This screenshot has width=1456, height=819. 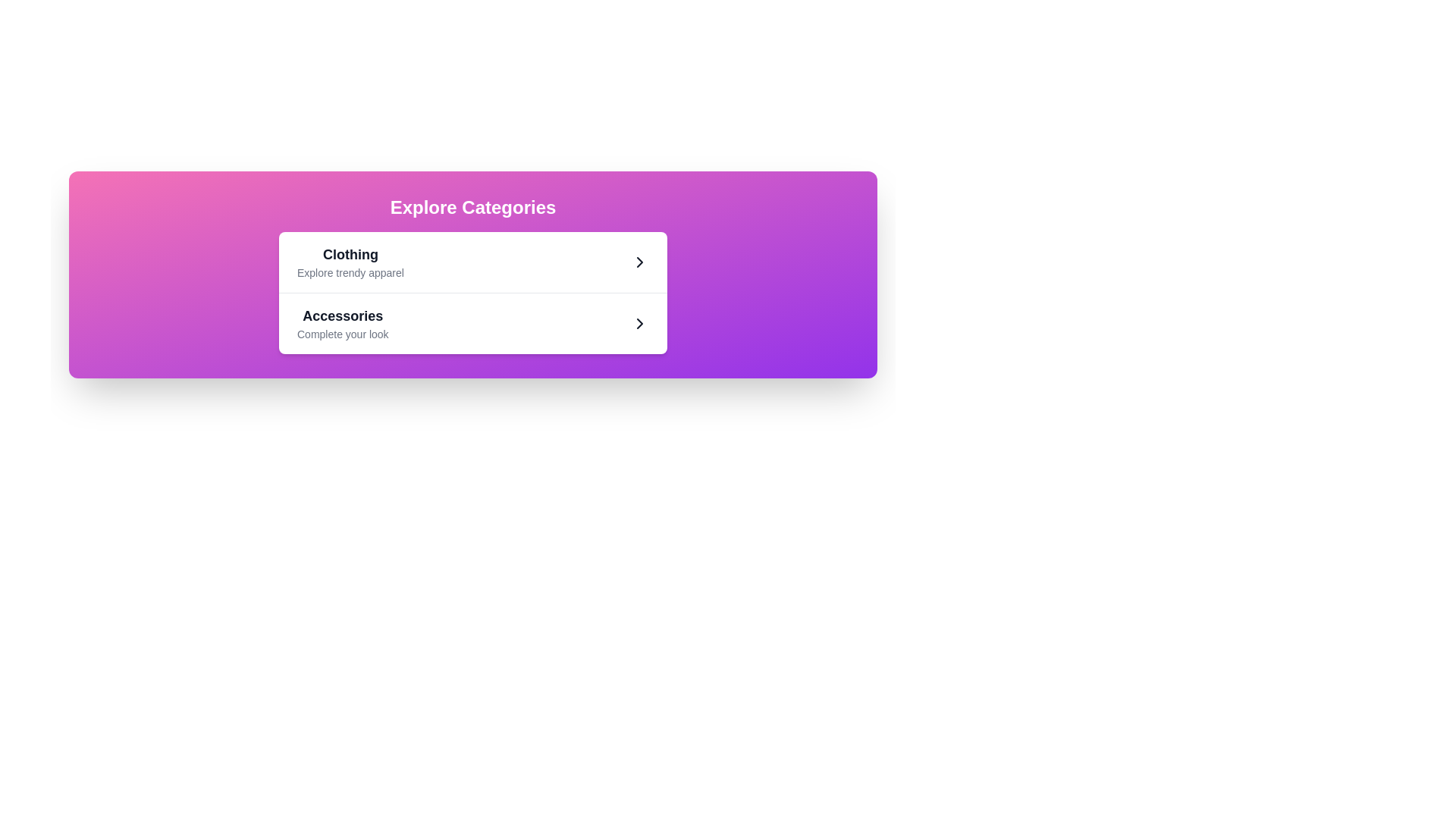 What do you see at coordinates (640, 262) in the screenshot?
I see `the status of the chevron icon located on the right end of the 'Clothing' list item, which is part of the navigation system` at bounding box center [640, 262].